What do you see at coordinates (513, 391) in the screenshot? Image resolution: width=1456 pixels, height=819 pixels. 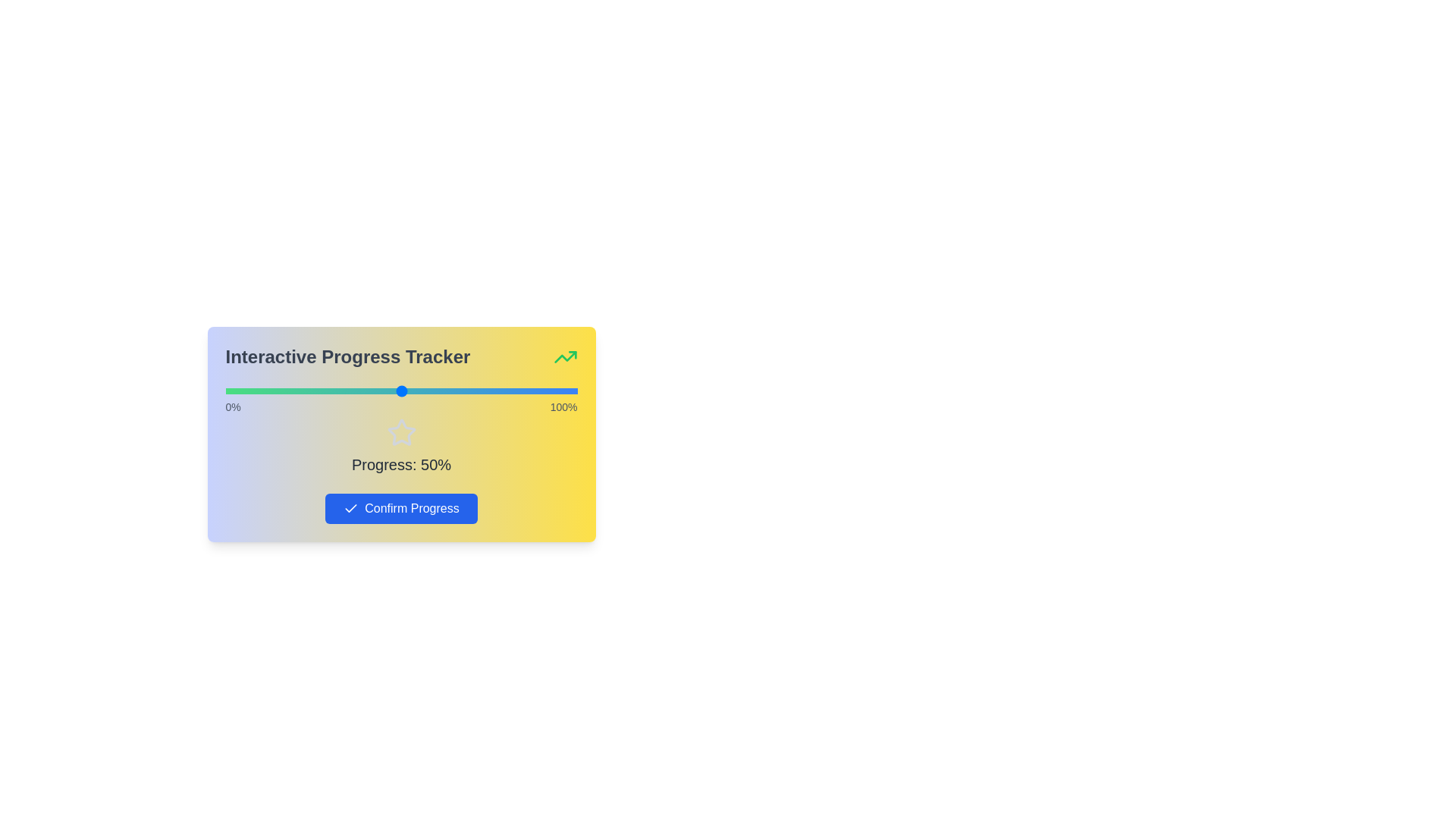 I see `the slider to set the progress percentage to 82` at bounding box center [513, 391].